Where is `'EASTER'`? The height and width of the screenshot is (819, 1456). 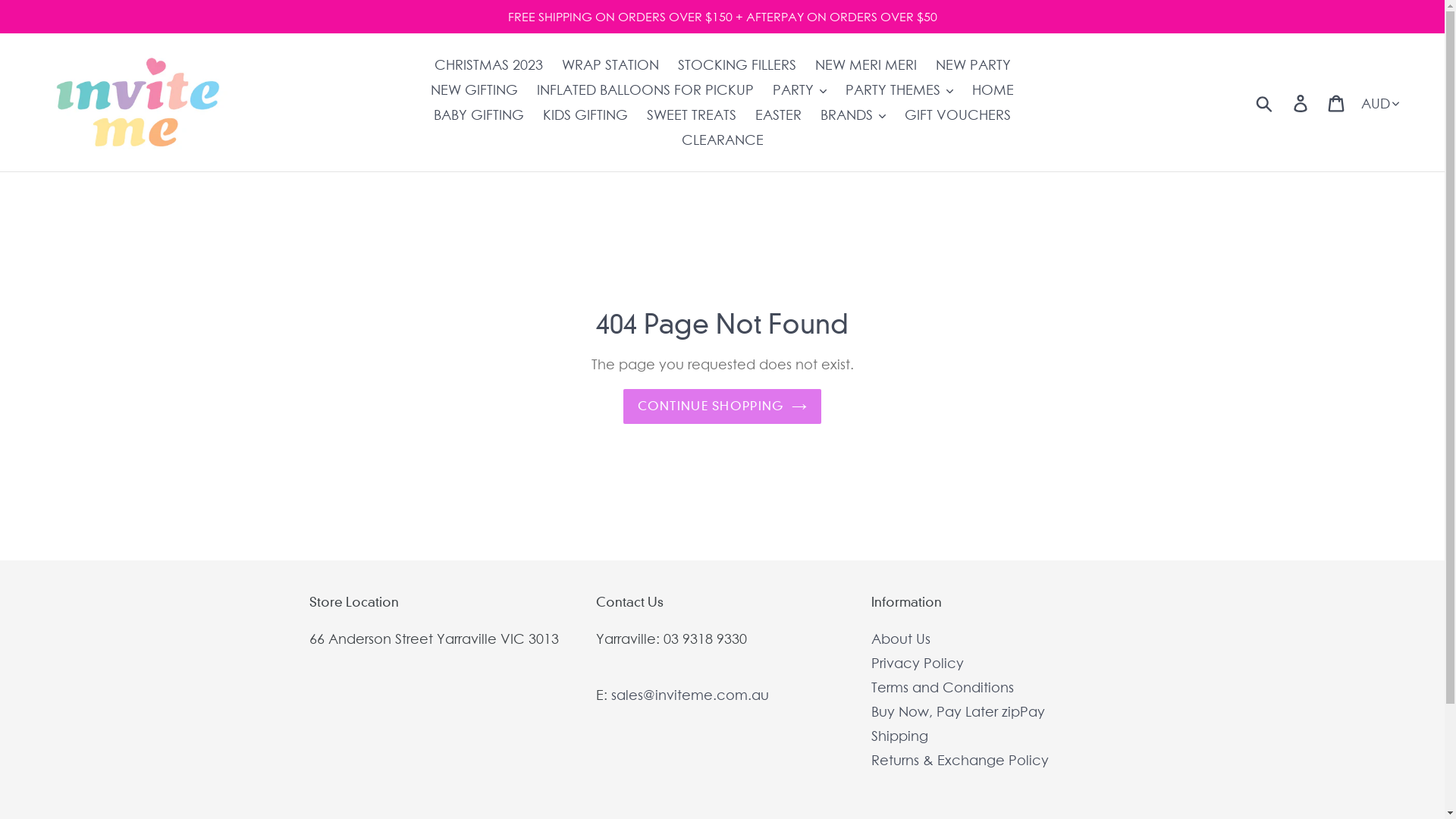
'EASTER' is located at coordinates (778, 114).